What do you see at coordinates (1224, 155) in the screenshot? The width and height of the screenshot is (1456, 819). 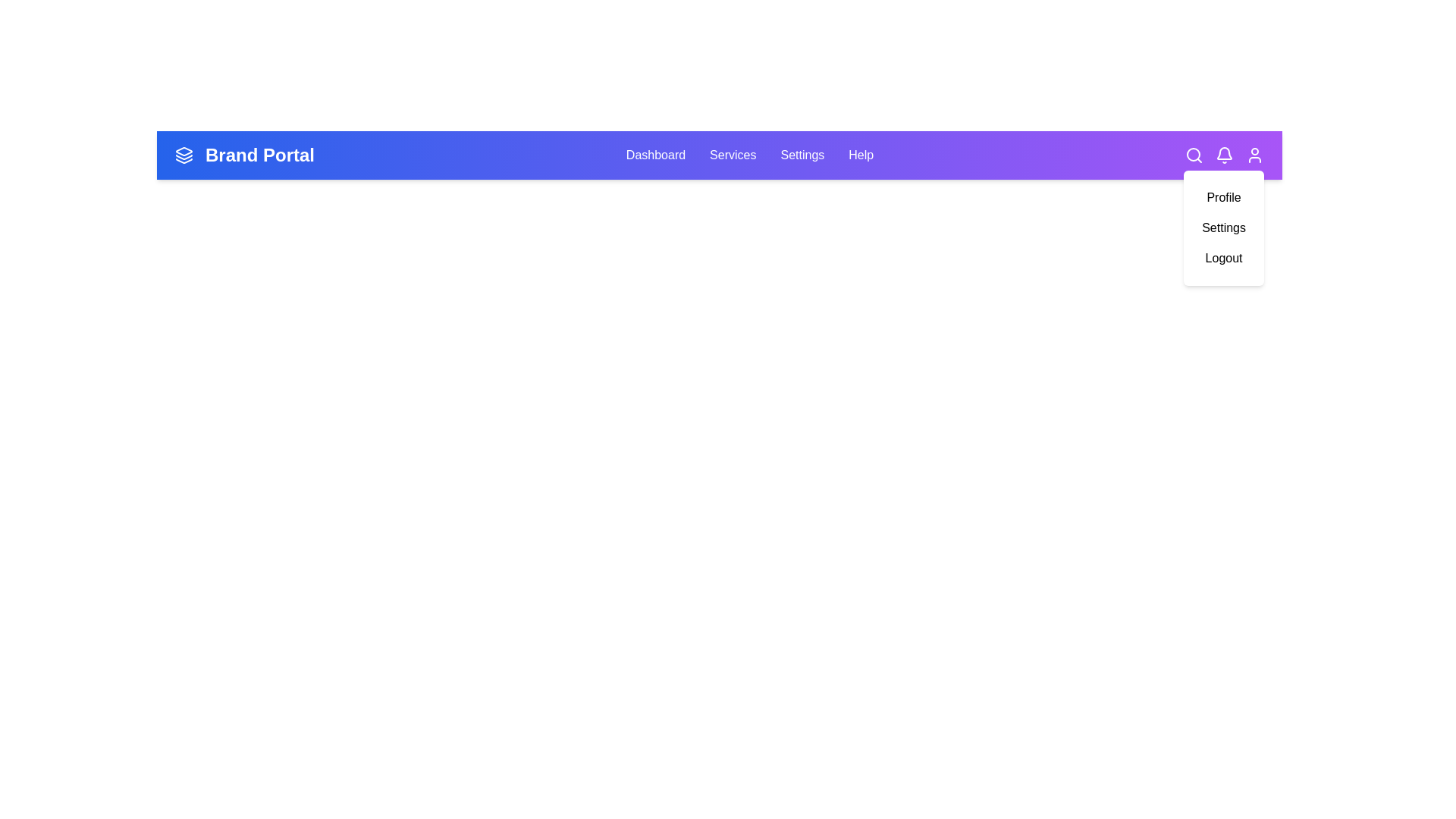 I see `the white bell icon on the purple background located at the top-right section of the interface` at bounding box center [1224, 155].